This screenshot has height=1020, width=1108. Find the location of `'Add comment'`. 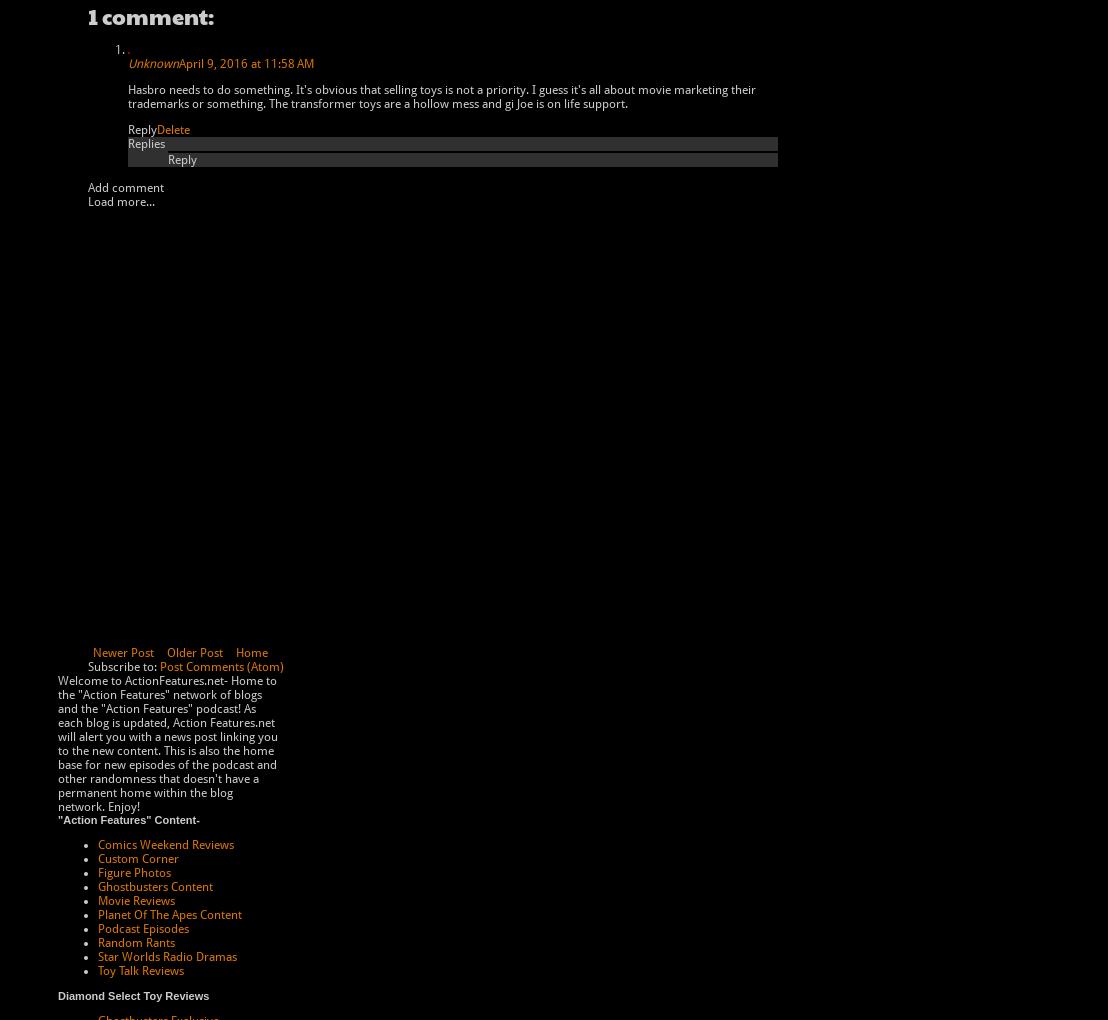

'Add comment' is located at coordinates (125, 186).